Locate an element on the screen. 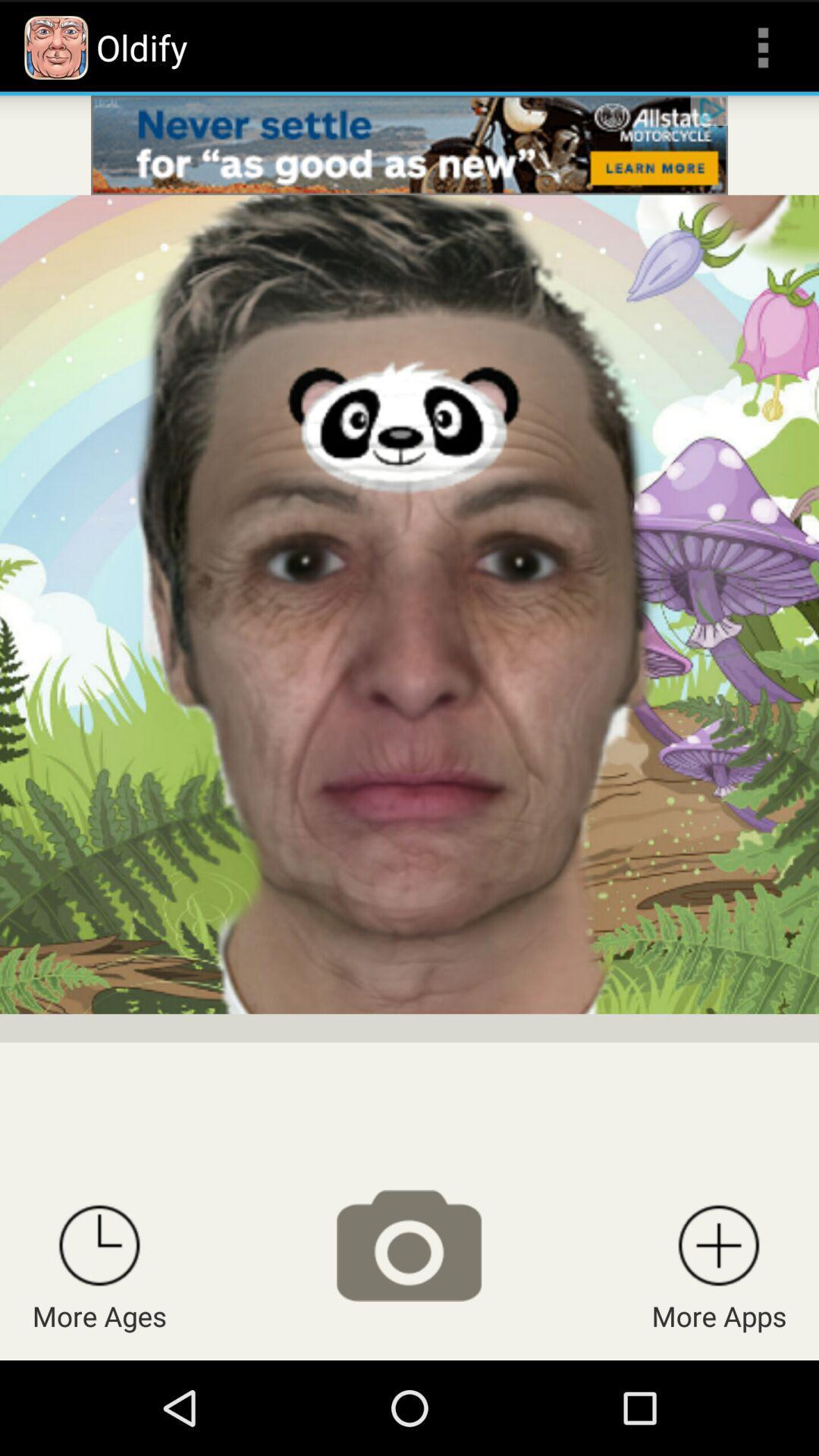  see apps is located at coordinates (718, 1245).